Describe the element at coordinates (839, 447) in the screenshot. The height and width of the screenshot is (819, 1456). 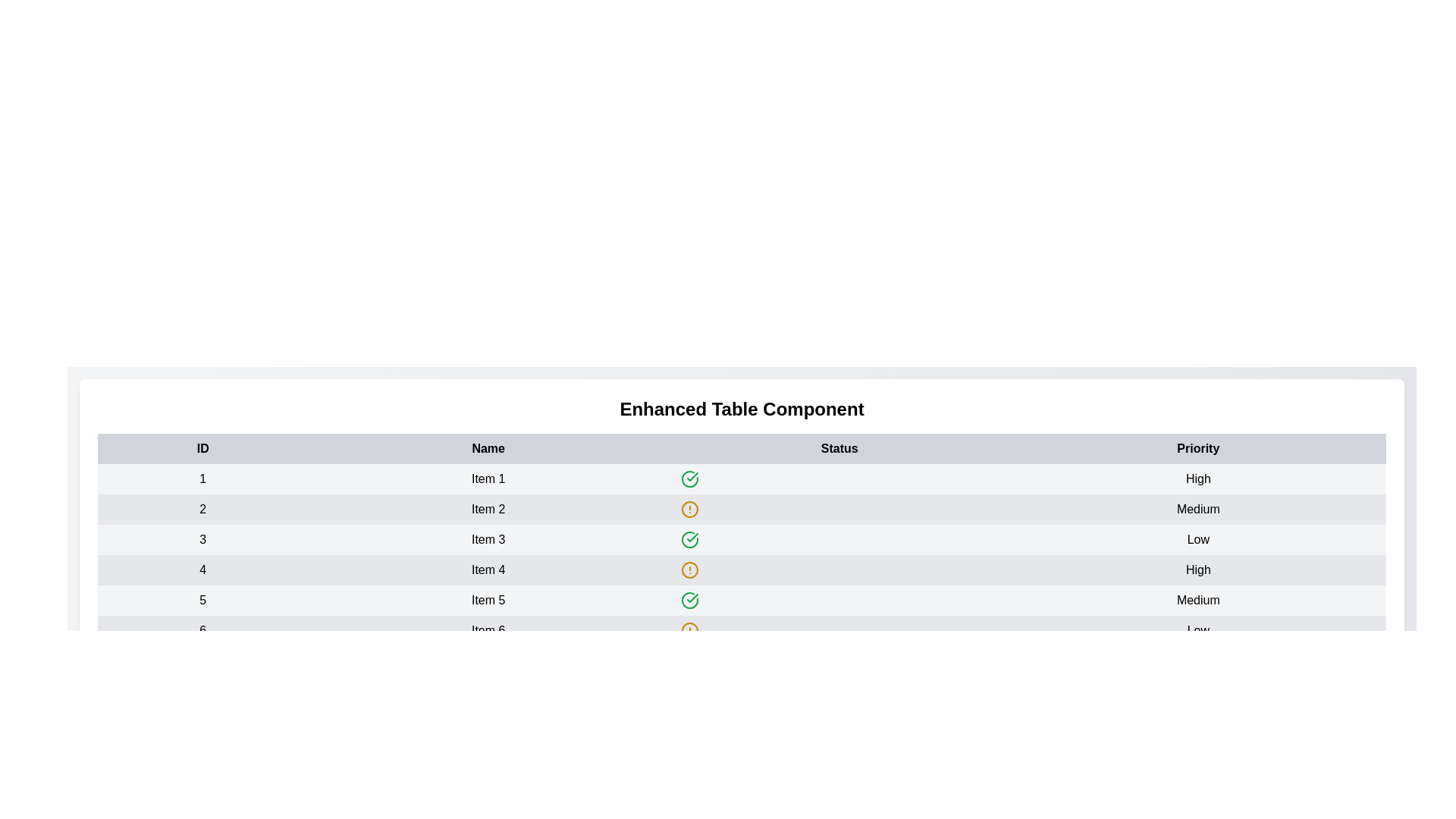
I see `the Status table header to sort the data` at that location.